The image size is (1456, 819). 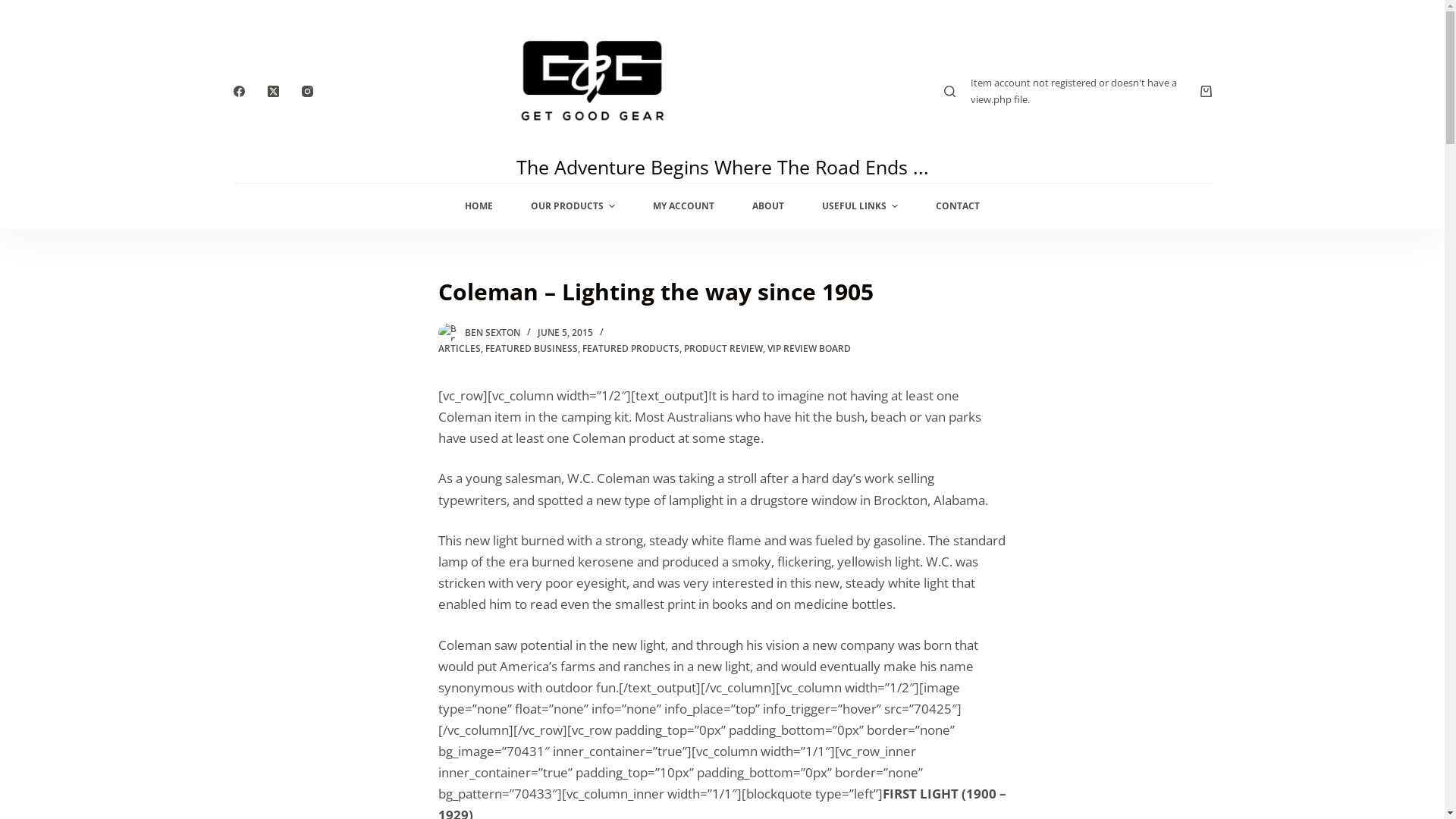 What do you see at coordinates (742, 557) in the screenshot?
I see `'Cookies Policy'` at bounding box center [742, 557].